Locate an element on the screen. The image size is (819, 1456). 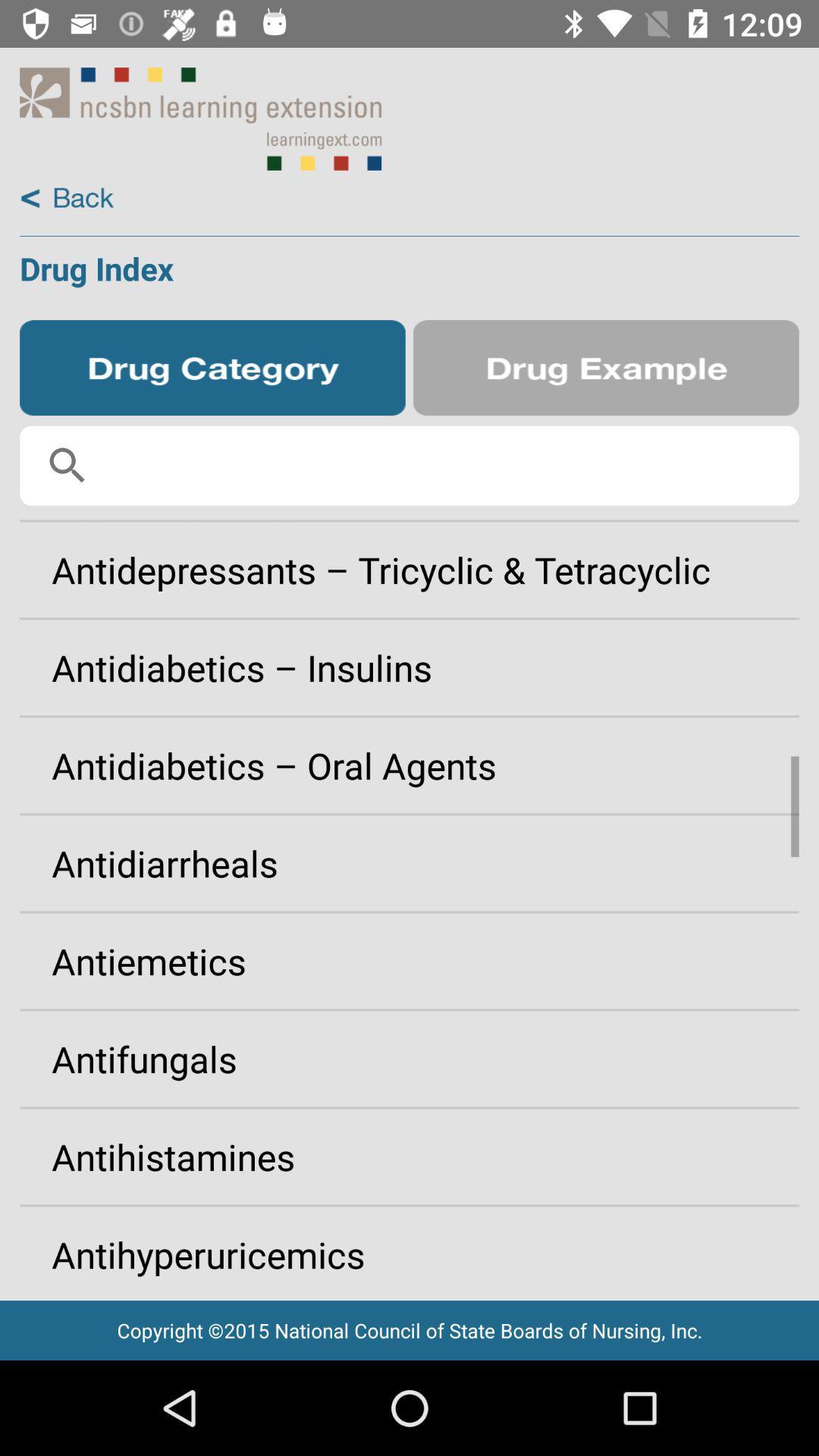
the icon above the antihistamines item is located at coordinates (409, 1058).